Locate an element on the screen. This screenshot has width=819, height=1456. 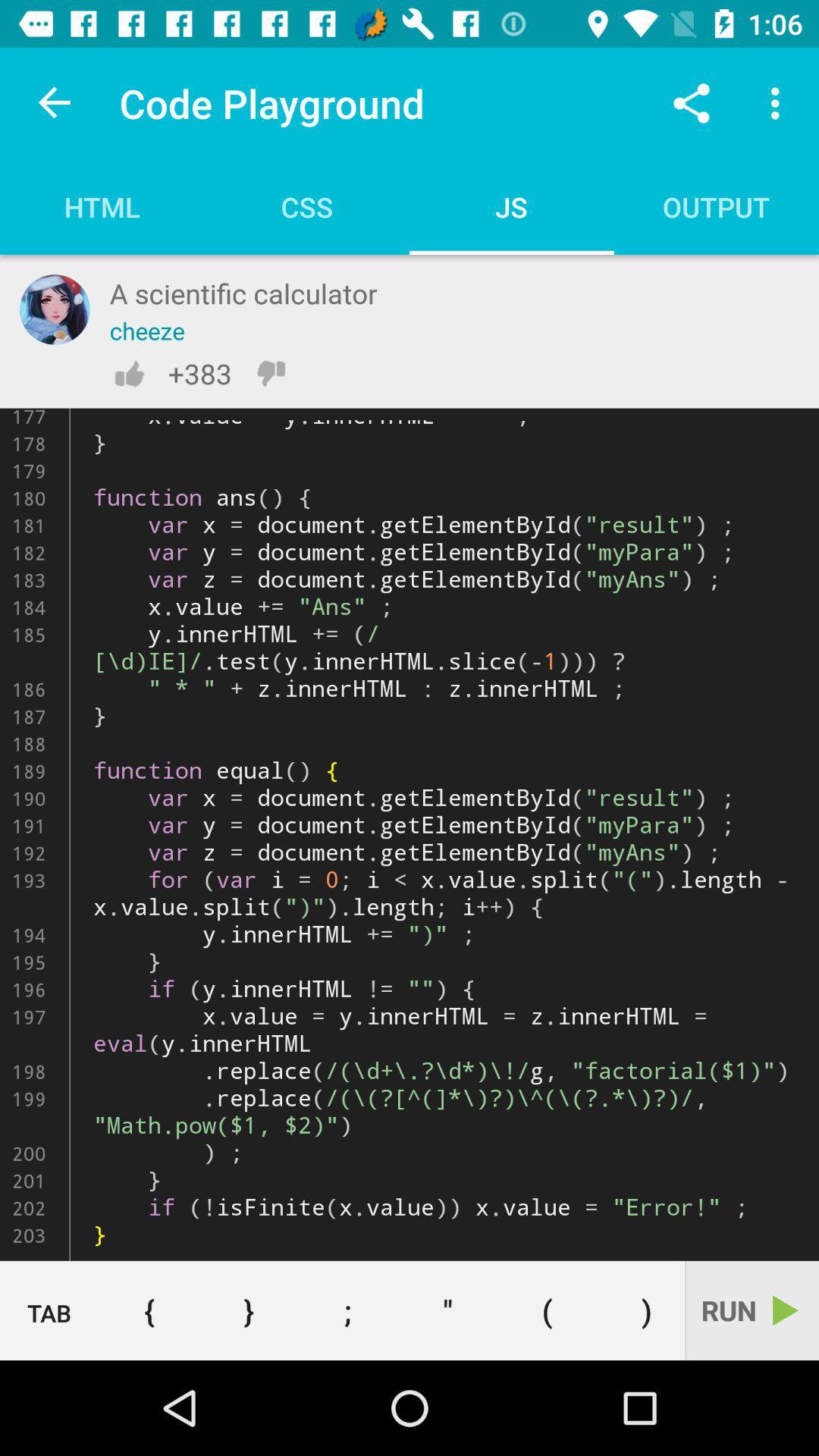
thumbs down or dislike is located at coordinates (270, 373).